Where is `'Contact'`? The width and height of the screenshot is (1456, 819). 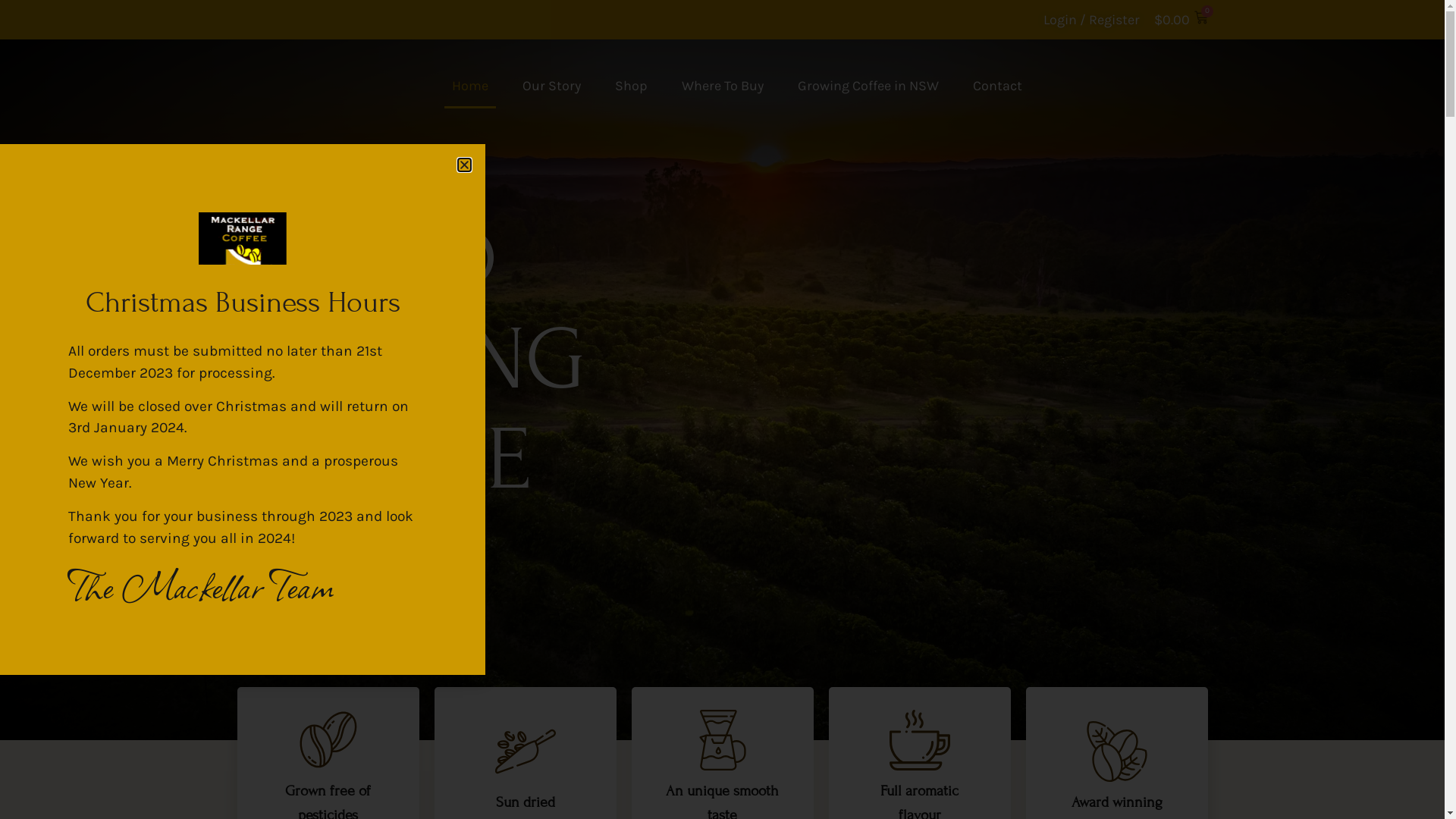 'Contact' is located at coordinates (996, 85).